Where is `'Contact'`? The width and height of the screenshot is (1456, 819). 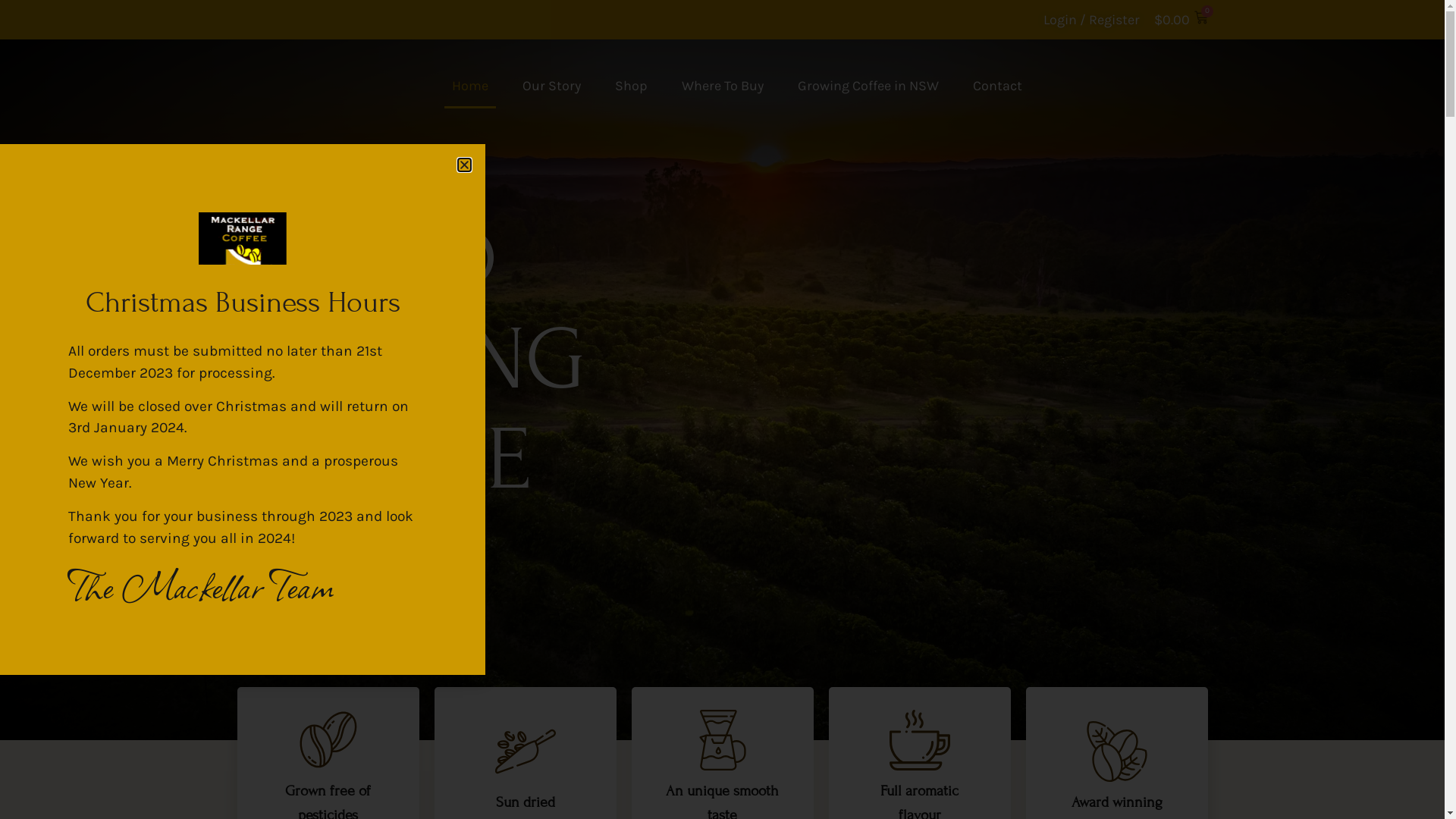 'Contact' is located at coordinates (996, 85).